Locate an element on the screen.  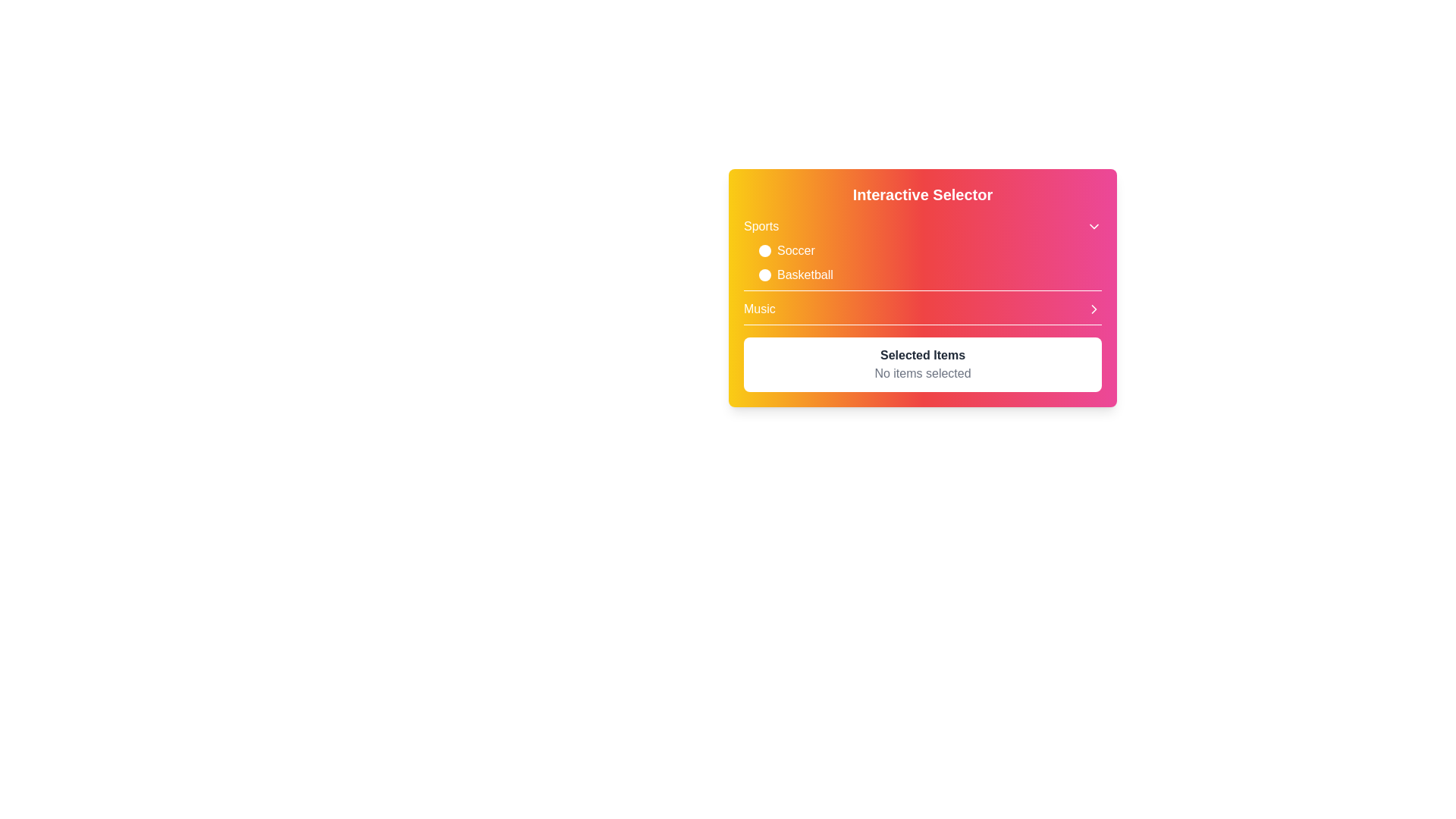
the Interactive selector component that features a multicolored gradient background and includes labels like 'Sports' and 'Music' is located at coordinates (922, 271).